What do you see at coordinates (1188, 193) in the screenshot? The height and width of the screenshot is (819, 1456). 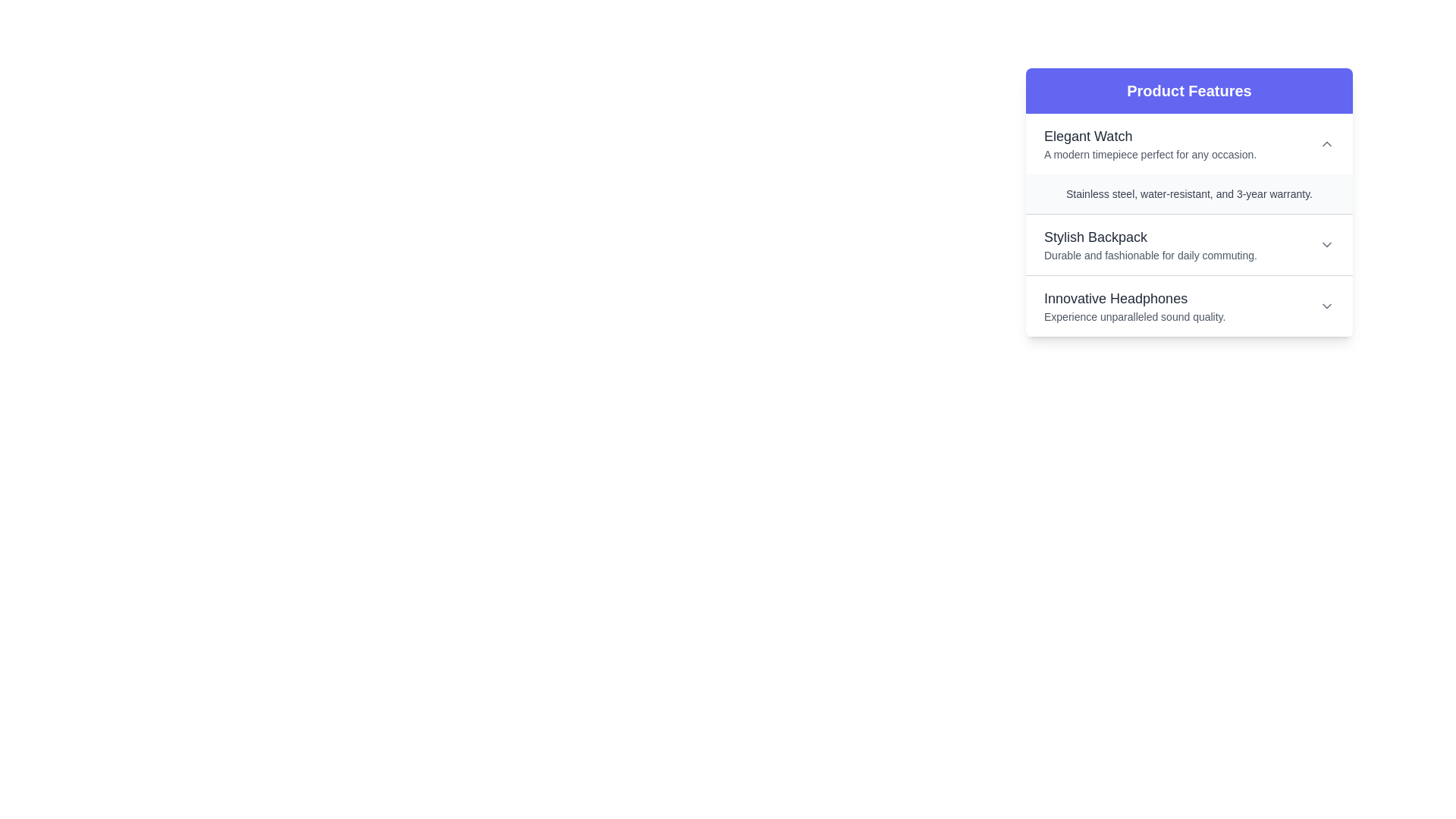 I see `the Text element that provides additional information about the 'Elegant Watch' product, located in the 'Product Features' section, below the title 'Elegant Watch'` at bounding box center [1188, 193].